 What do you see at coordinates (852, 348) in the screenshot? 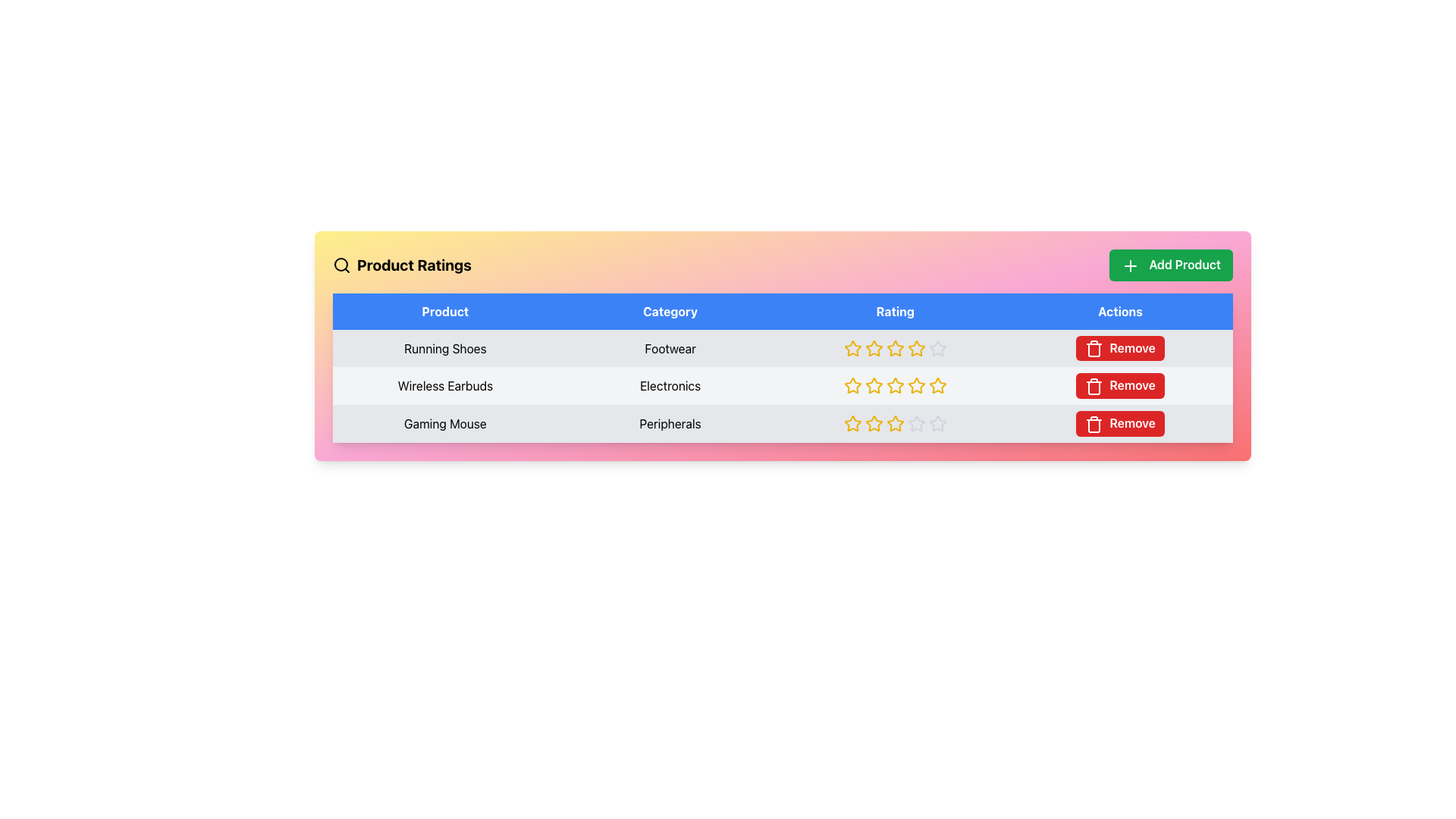
I see `the first star in the 'Rating' column to indicate a 1-star rating for the 'Footwear' item` at bounding box center [852, 348].